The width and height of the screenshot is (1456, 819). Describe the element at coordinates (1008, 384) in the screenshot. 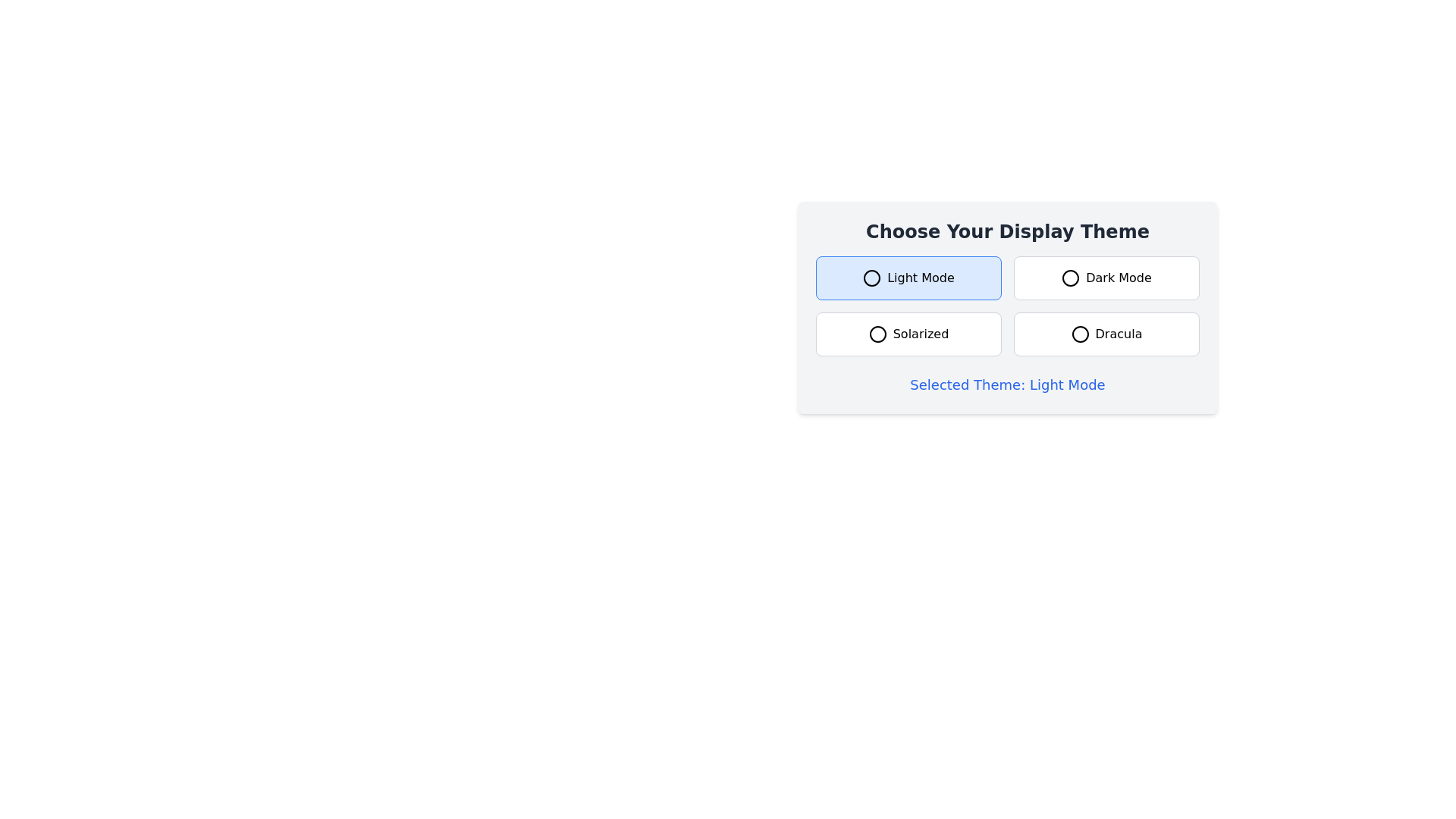

I see `the text label stating 'Selected Theme: Light Mode', which is styled in blue color and located at the bottom of the 'Choose Your Display Theme' section` at that location.